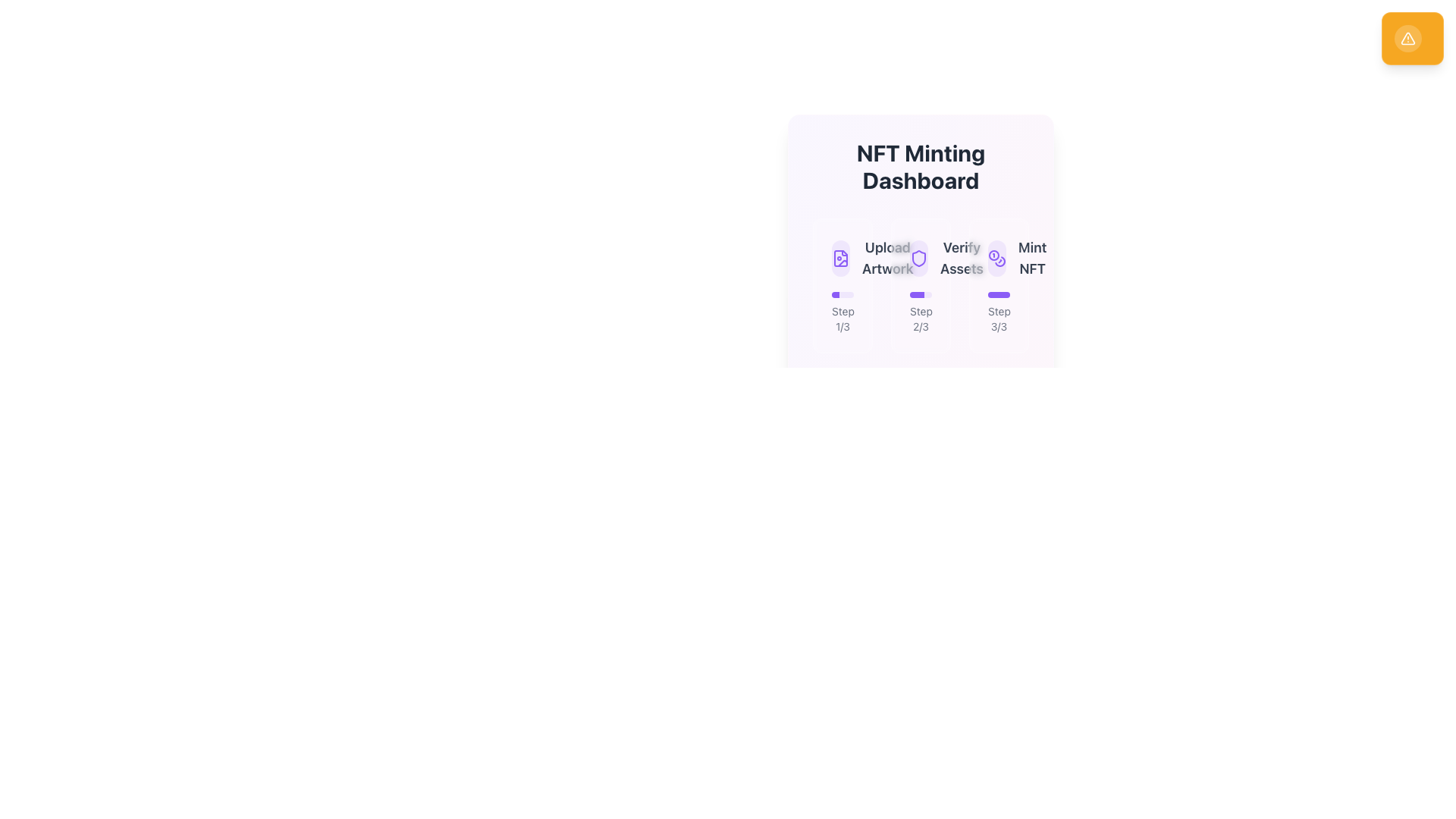 The height and width of the screenshot is (819, 1456). I want to click on 'Mint NFT' label text, which is the final step in the navigation process located at the far right under the 'Step 3/3' label, so click(1031, 257).